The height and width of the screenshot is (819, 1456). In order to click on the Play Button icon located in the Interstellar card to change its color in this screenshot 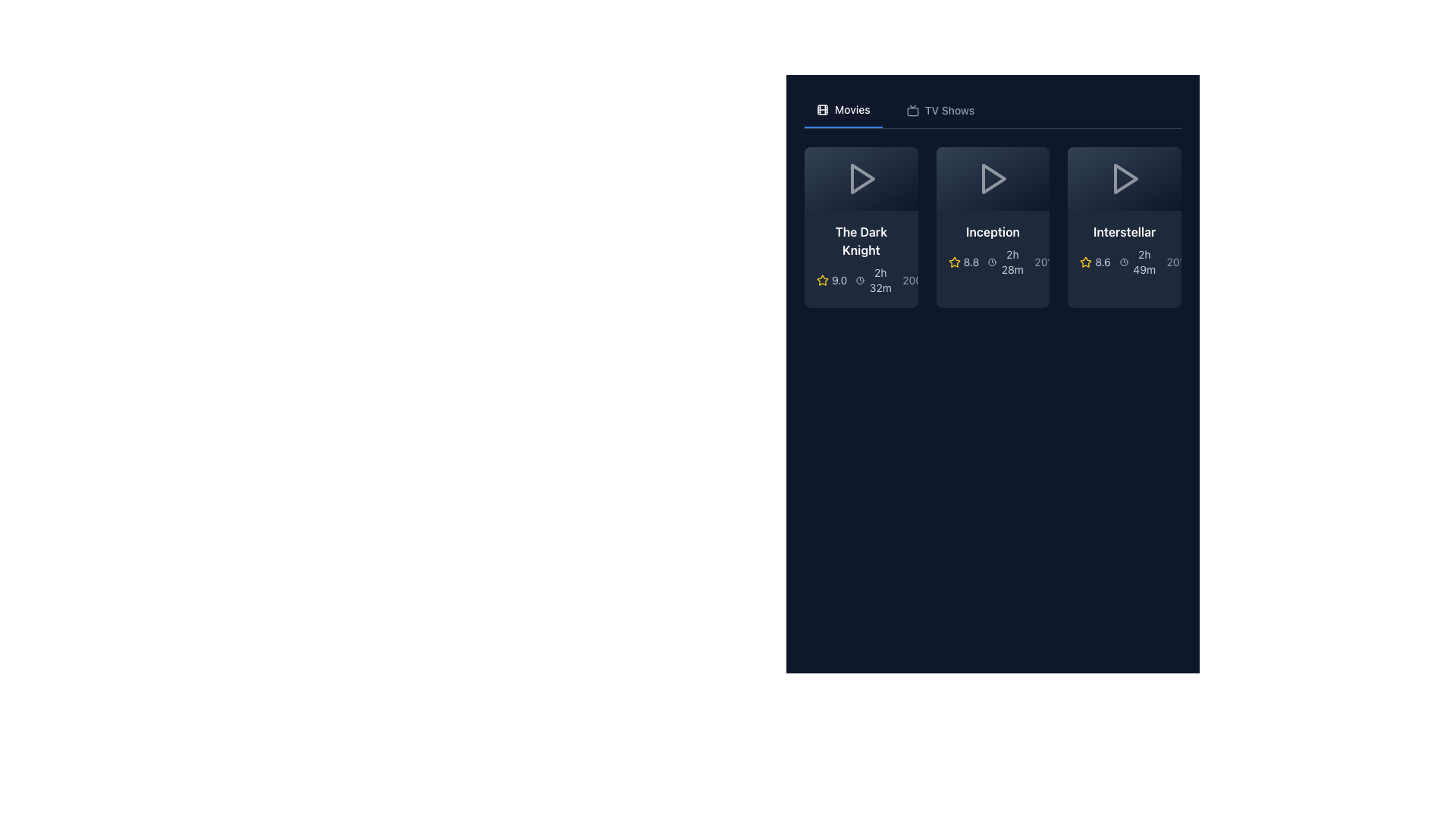, I will do `click(1125, 178)`.